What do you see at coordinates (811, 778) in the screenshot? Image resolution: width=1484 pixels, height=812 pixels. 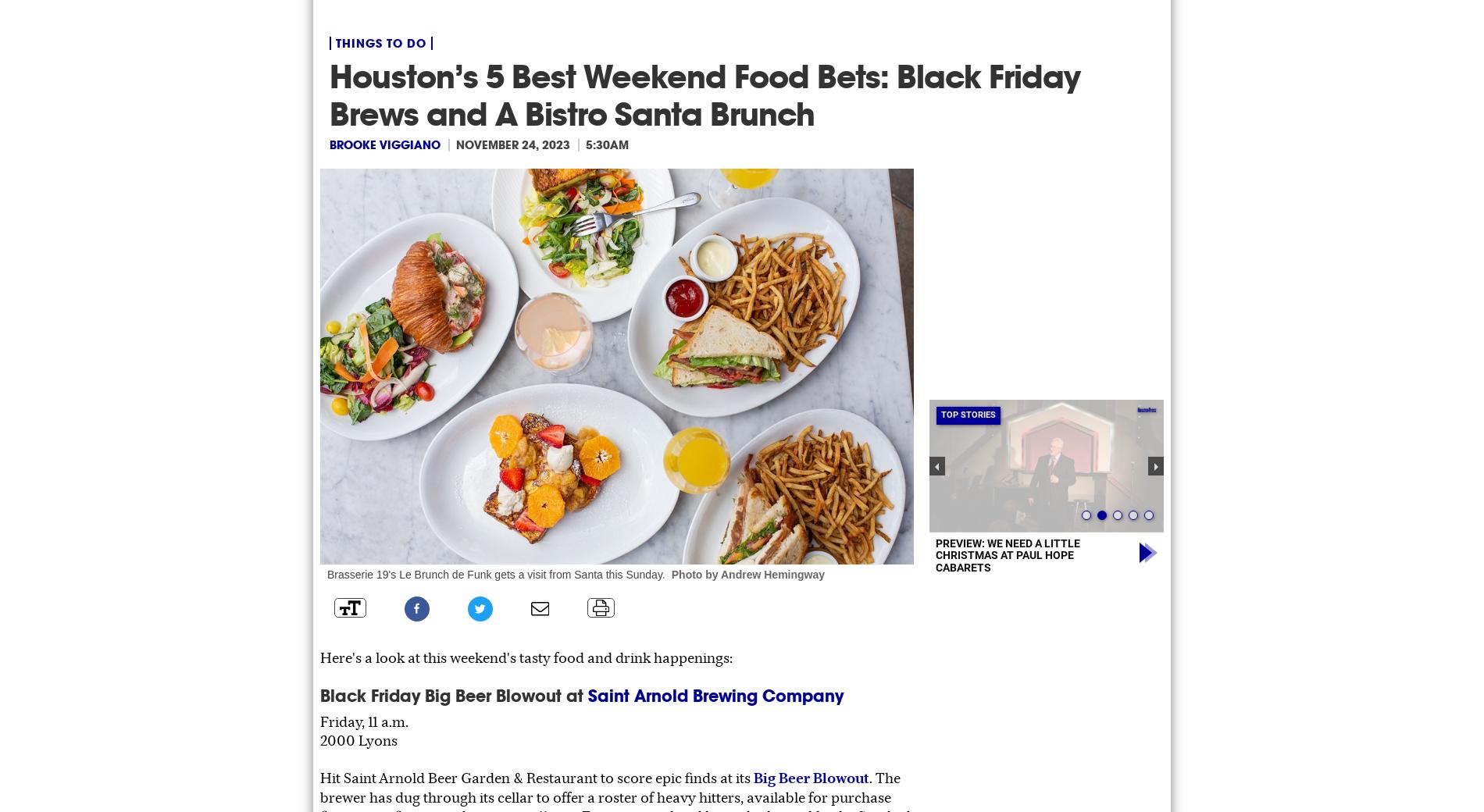 I see `'Big Beer Blowout'` at bounding box center [811, 778].